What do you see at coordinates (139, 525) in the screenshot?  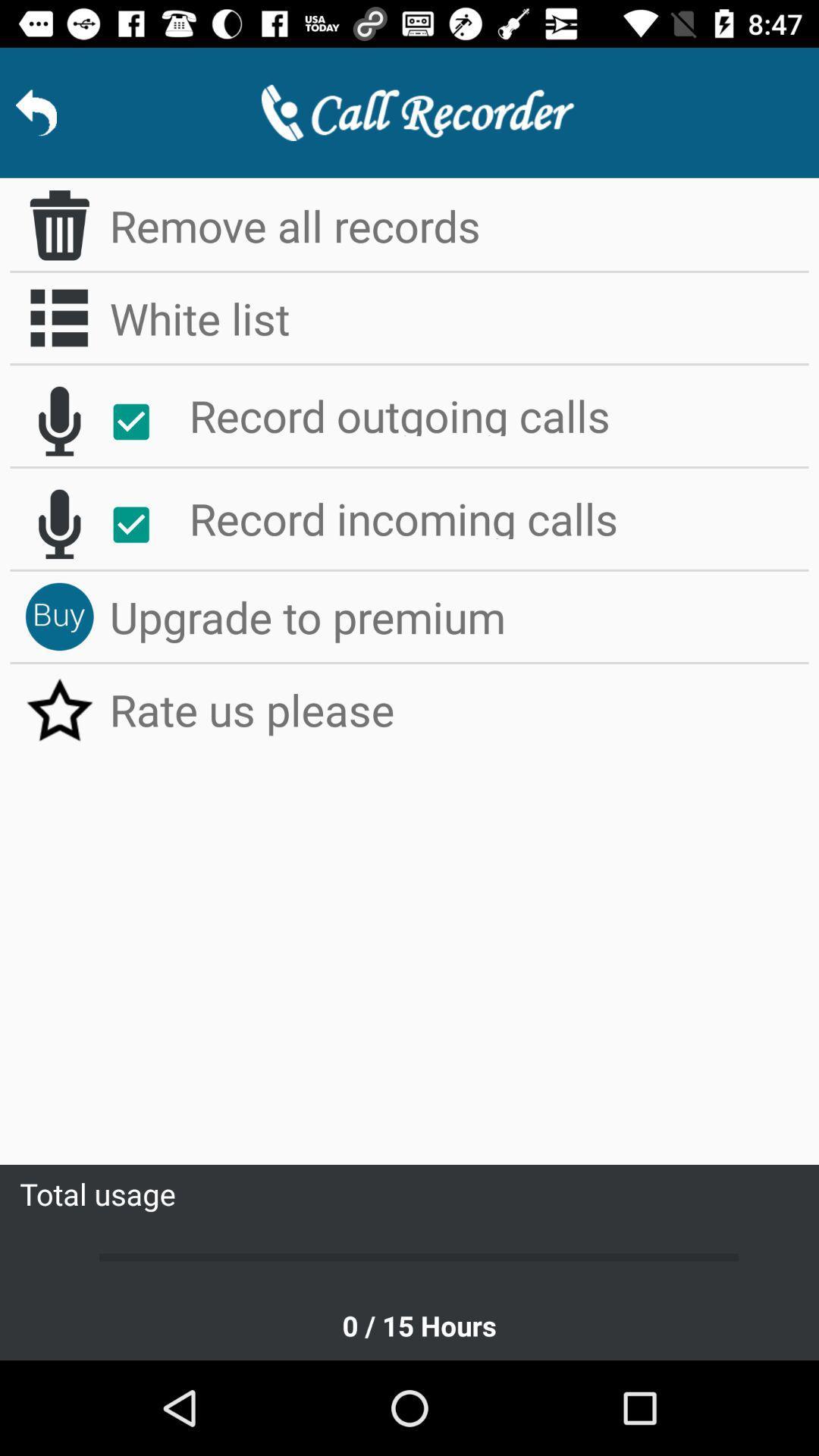 I see `icon next to the record incoming calls app` at bounding box center [139, 525].